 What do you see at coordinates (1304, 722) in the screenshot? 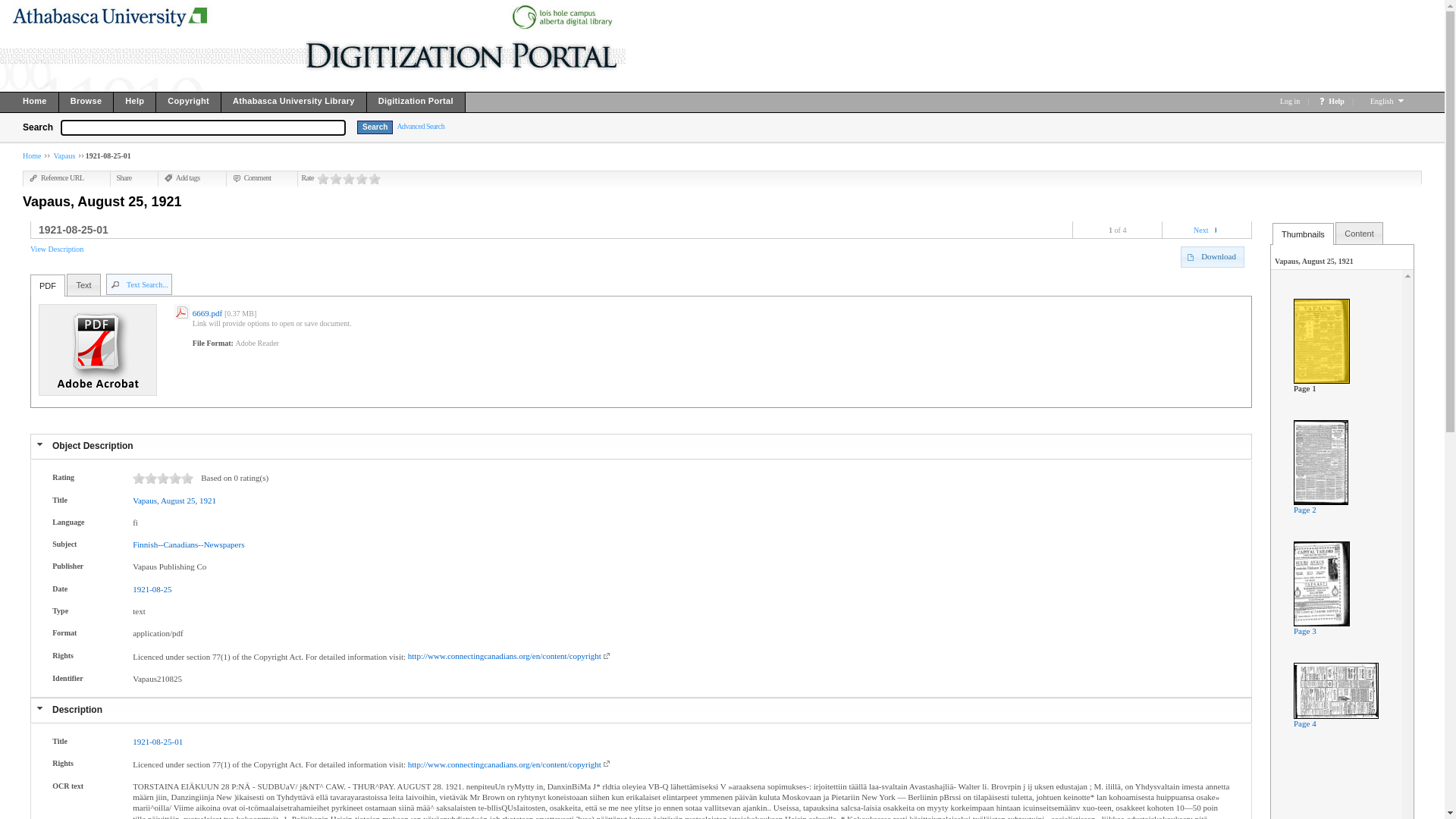
I see `'Page 4'` at bounding box center [1304, 722].